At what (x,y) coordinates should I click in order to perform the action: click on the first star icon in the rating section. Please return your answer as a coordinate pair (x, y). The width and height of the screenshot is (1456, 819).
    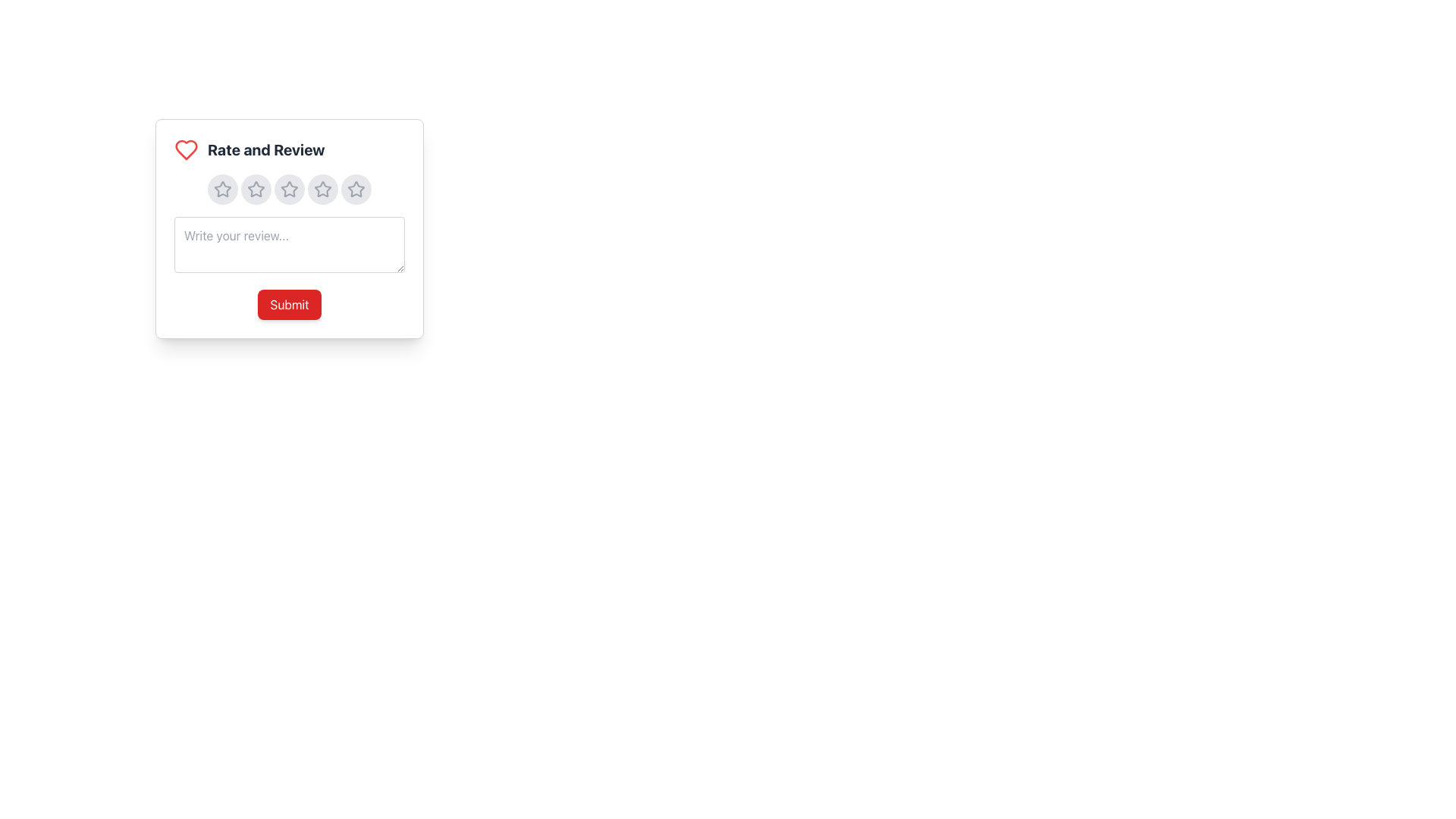
    Looking at the image, I should click on (221, 189).